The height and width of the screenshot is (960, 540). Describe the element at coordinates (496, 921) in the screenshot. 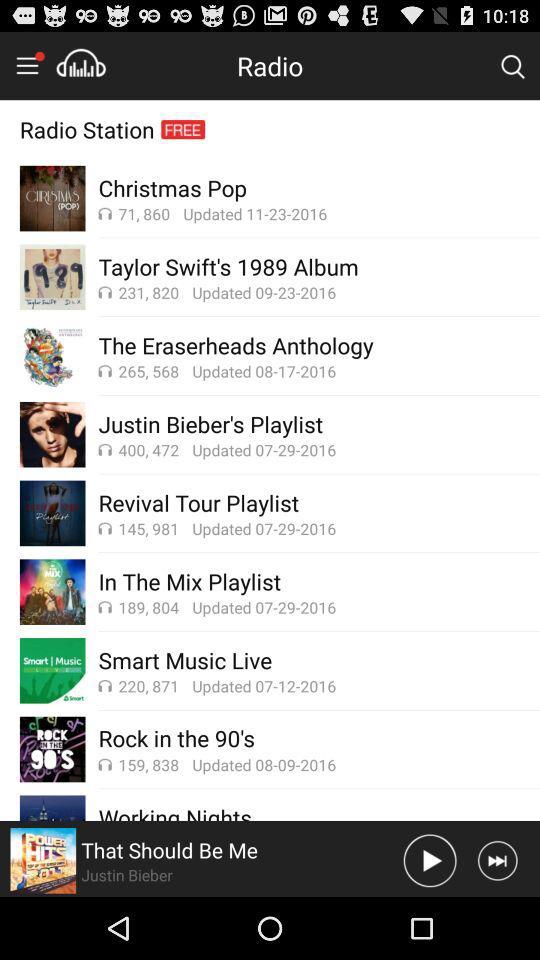

I see `the skip_next icon` at that location.